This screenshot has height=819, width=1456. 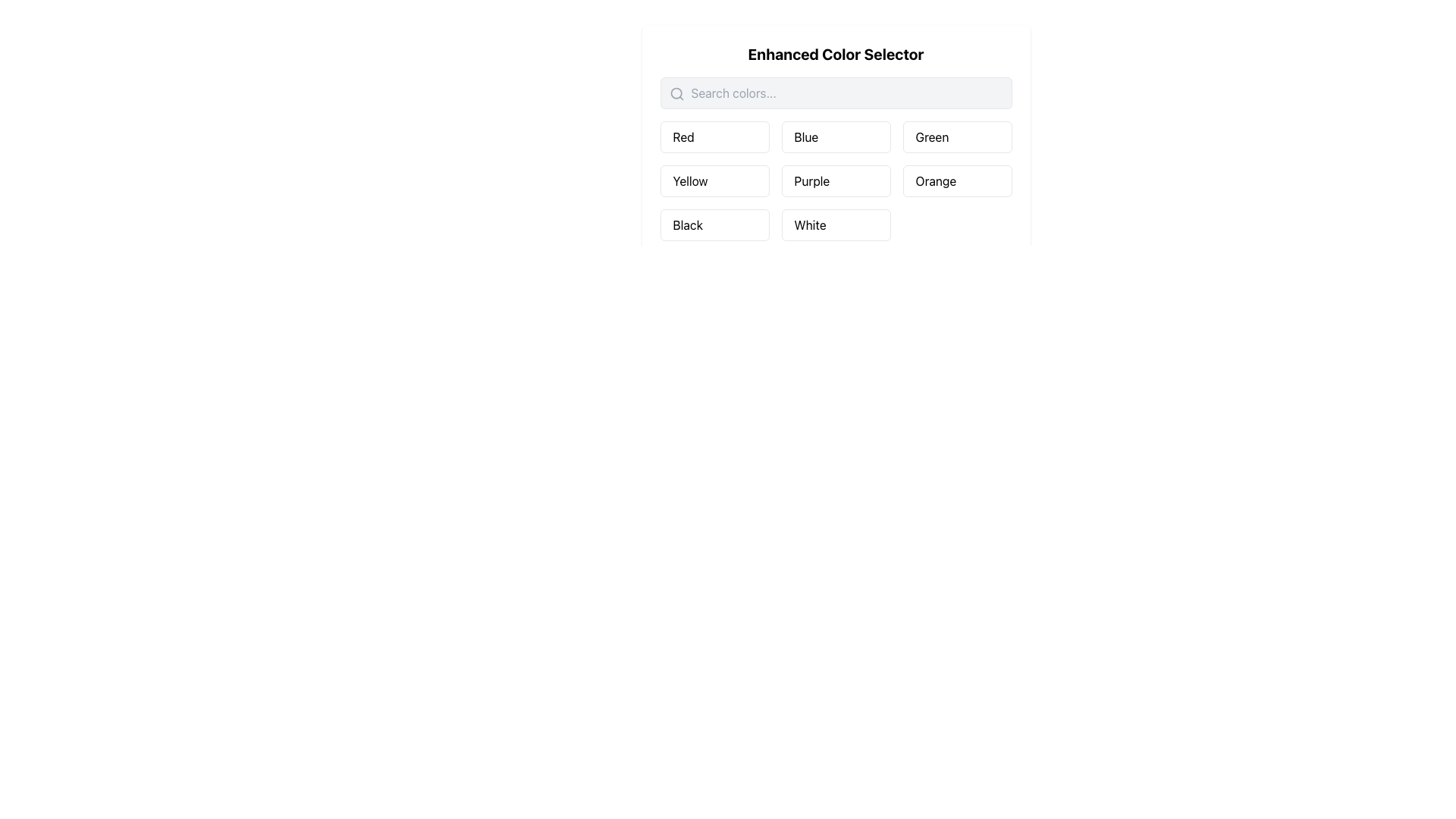 I want to click on the rectangular button with rounded corners and a white background labeled 'White', located in the third row, middle column of the grid, to potentially reveal additional information or effects, so click(x=835, y=225).